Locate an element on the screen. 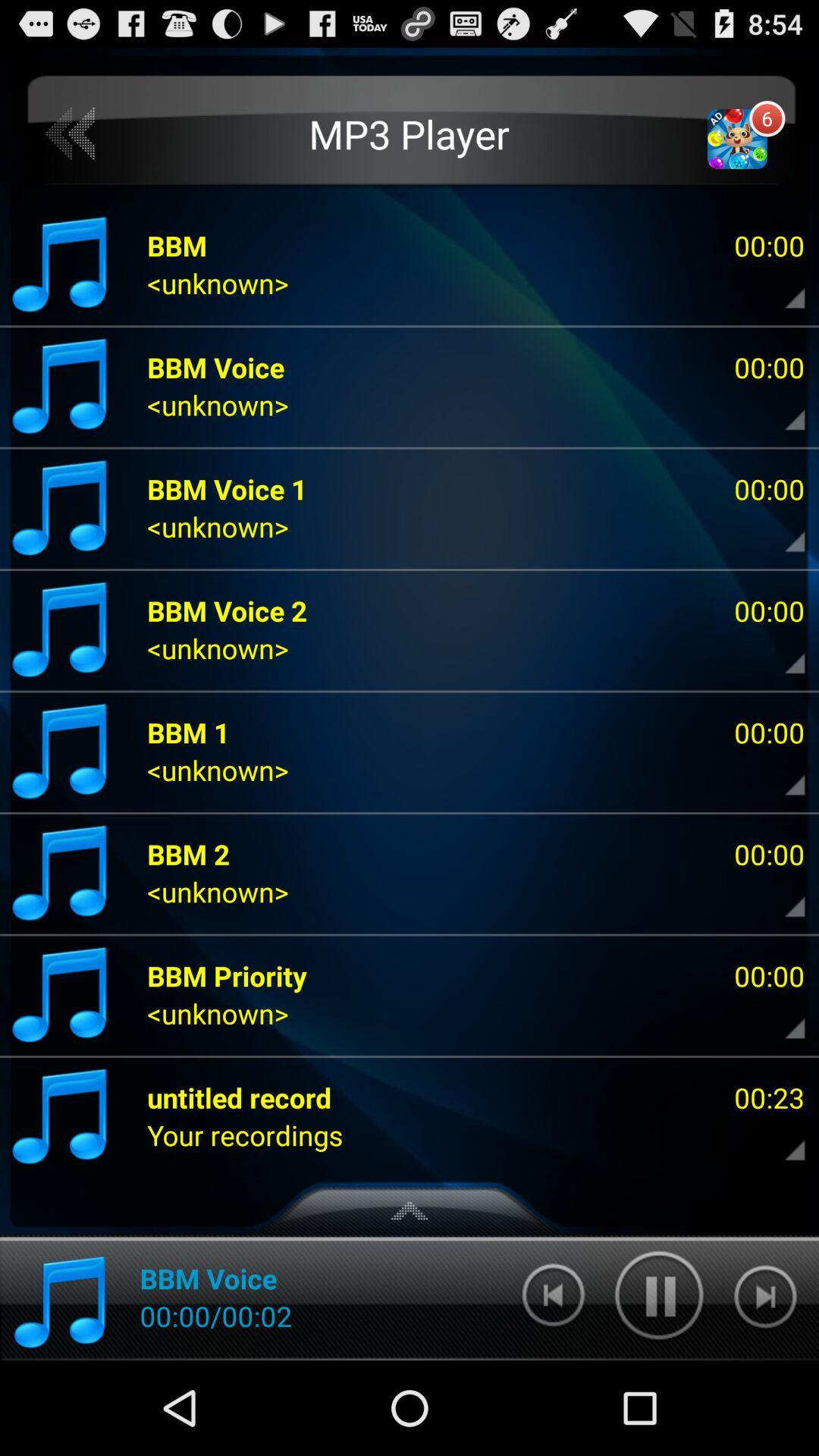  the mp3 player icon is located at coordinates (408, 133).